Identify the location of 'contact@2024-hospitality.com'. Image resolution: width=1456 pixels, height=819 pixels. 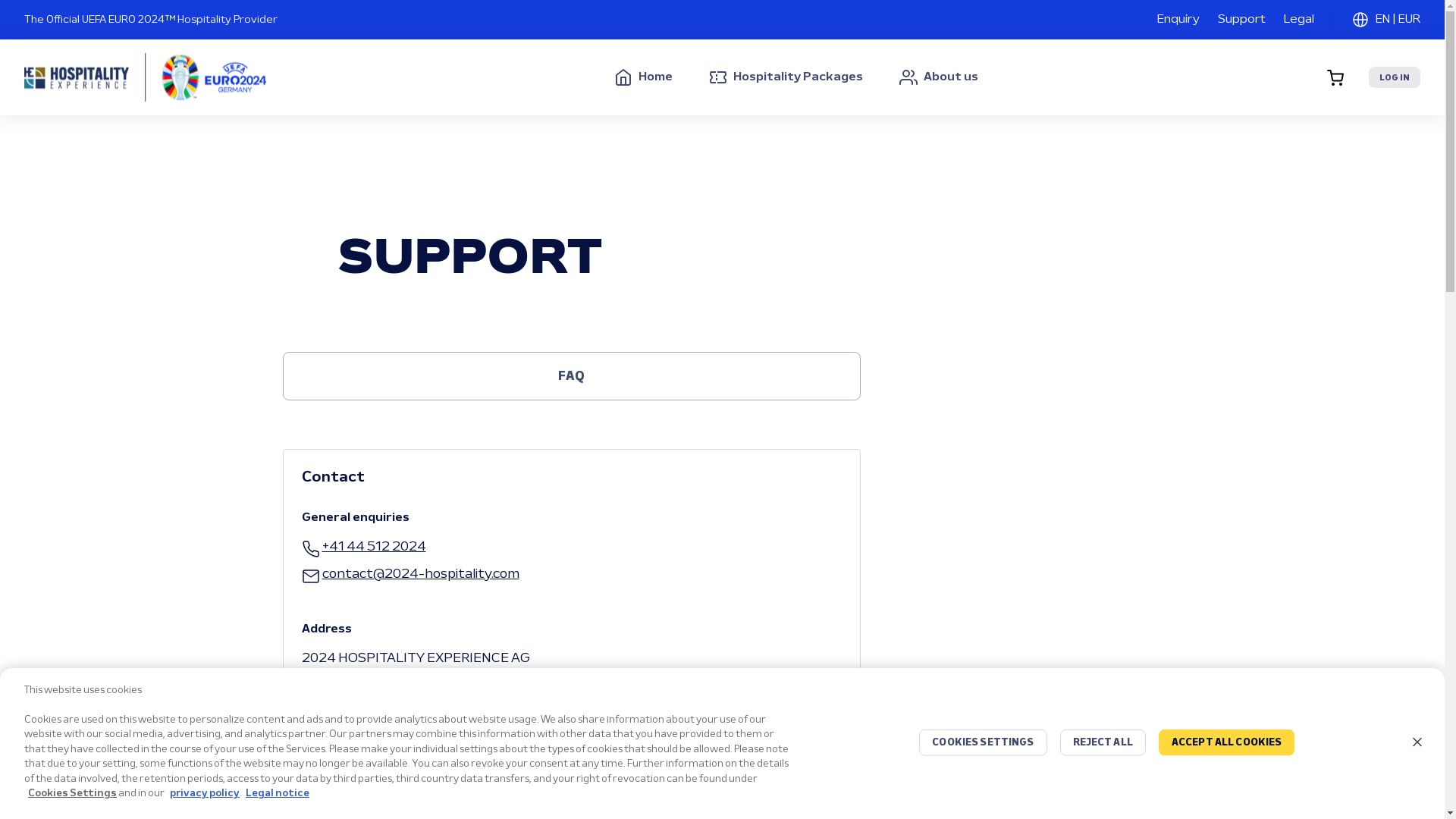
(410, 575).